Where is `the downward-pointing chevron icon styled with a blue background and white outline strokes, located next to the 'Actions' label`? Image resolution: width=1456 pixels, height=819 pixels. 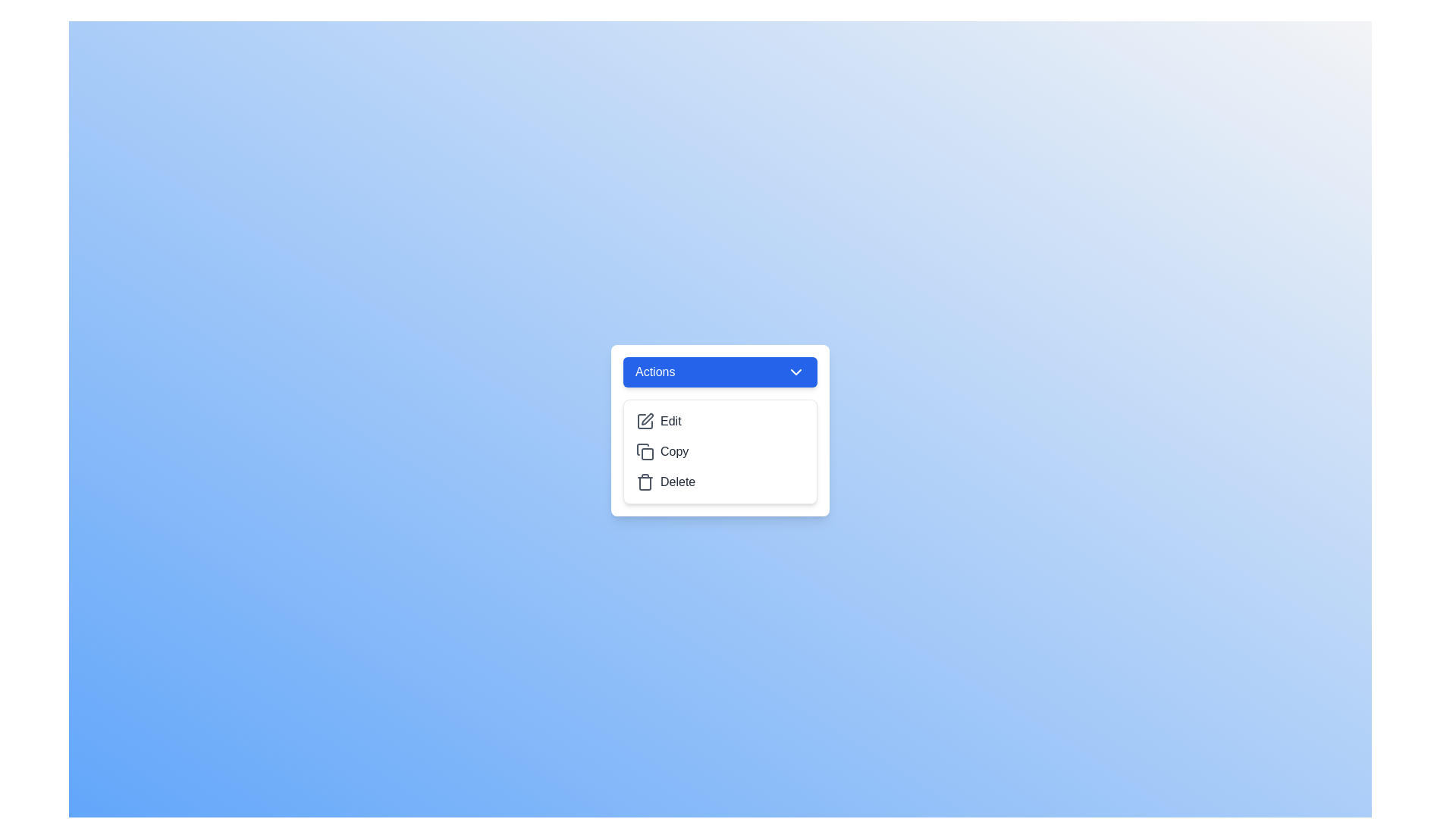
the downward-pointing chevron icon styled with a blue background and white outline strokes, located next to the 'Actions' label is located at coordinates (795, 372).